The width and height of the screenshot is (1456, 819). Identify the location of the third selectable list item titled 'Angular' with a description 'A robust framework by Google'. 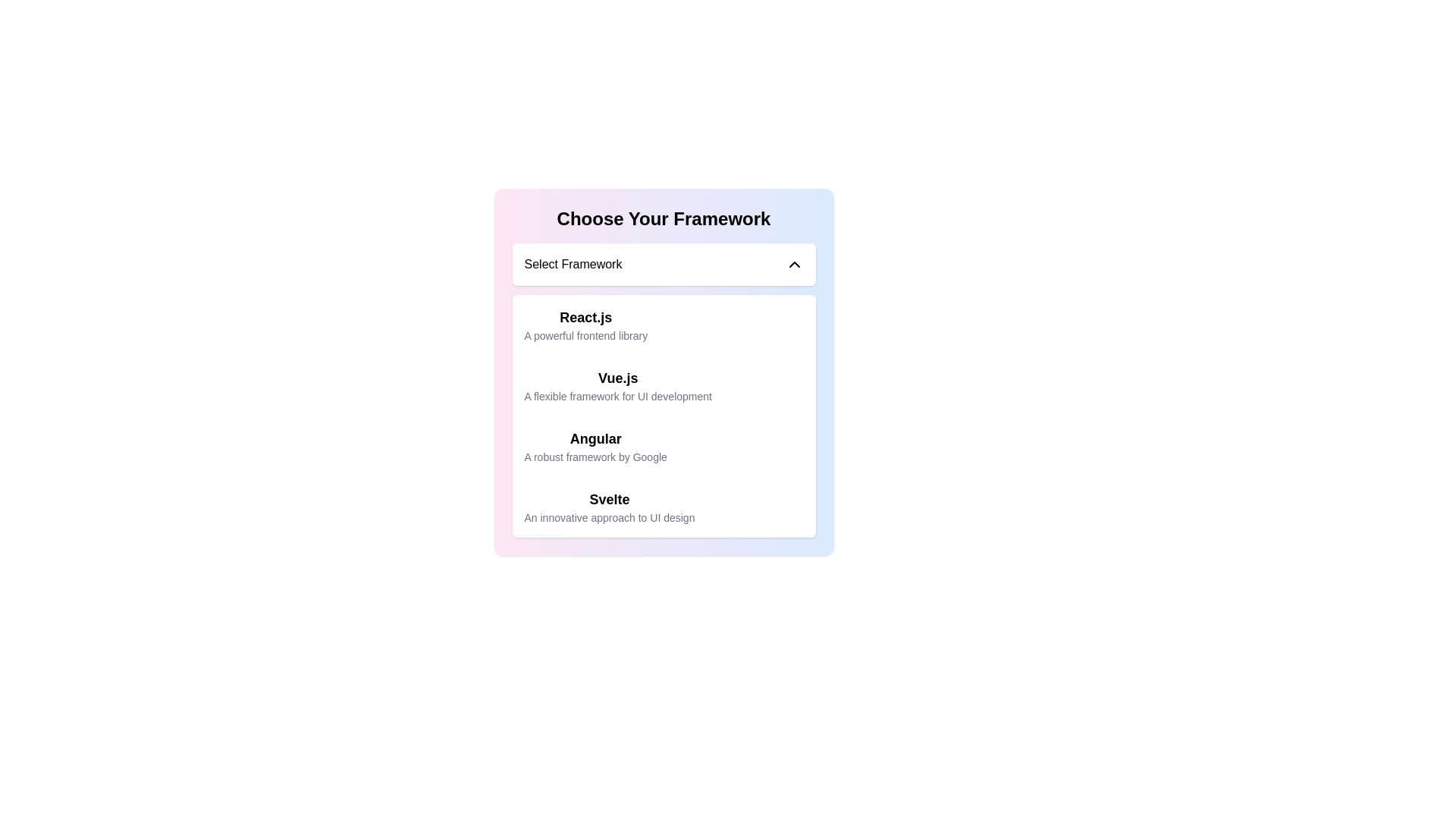
(664, 446).